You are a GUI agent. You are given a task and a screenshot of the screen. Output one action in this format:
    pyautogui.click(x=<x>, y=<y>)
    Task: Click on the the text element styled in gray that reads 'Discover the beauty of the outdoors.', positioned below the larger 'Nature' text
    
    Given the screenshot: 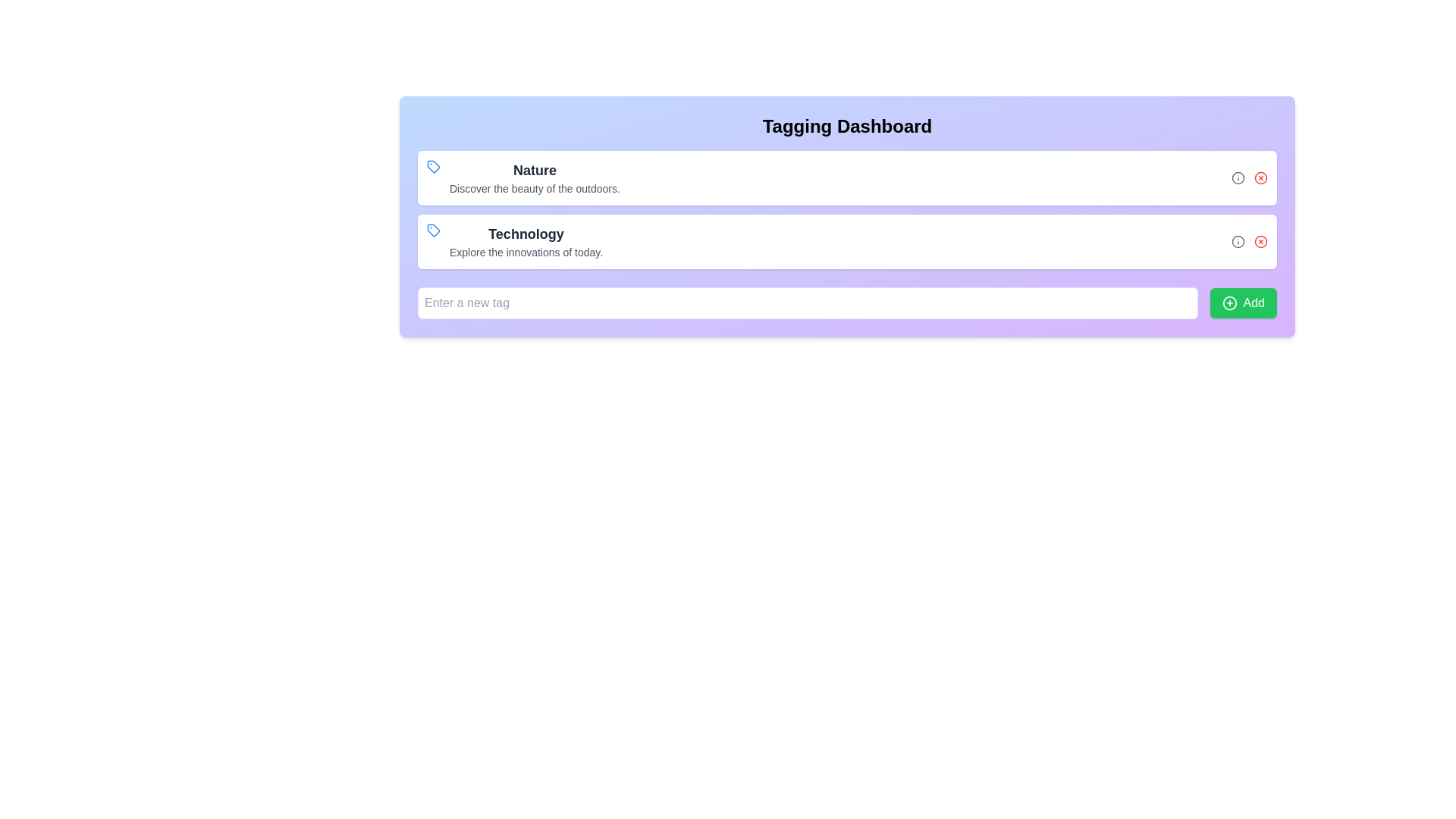 What is the action you would take?
    pyautogui.click(x=535, y=188)
    